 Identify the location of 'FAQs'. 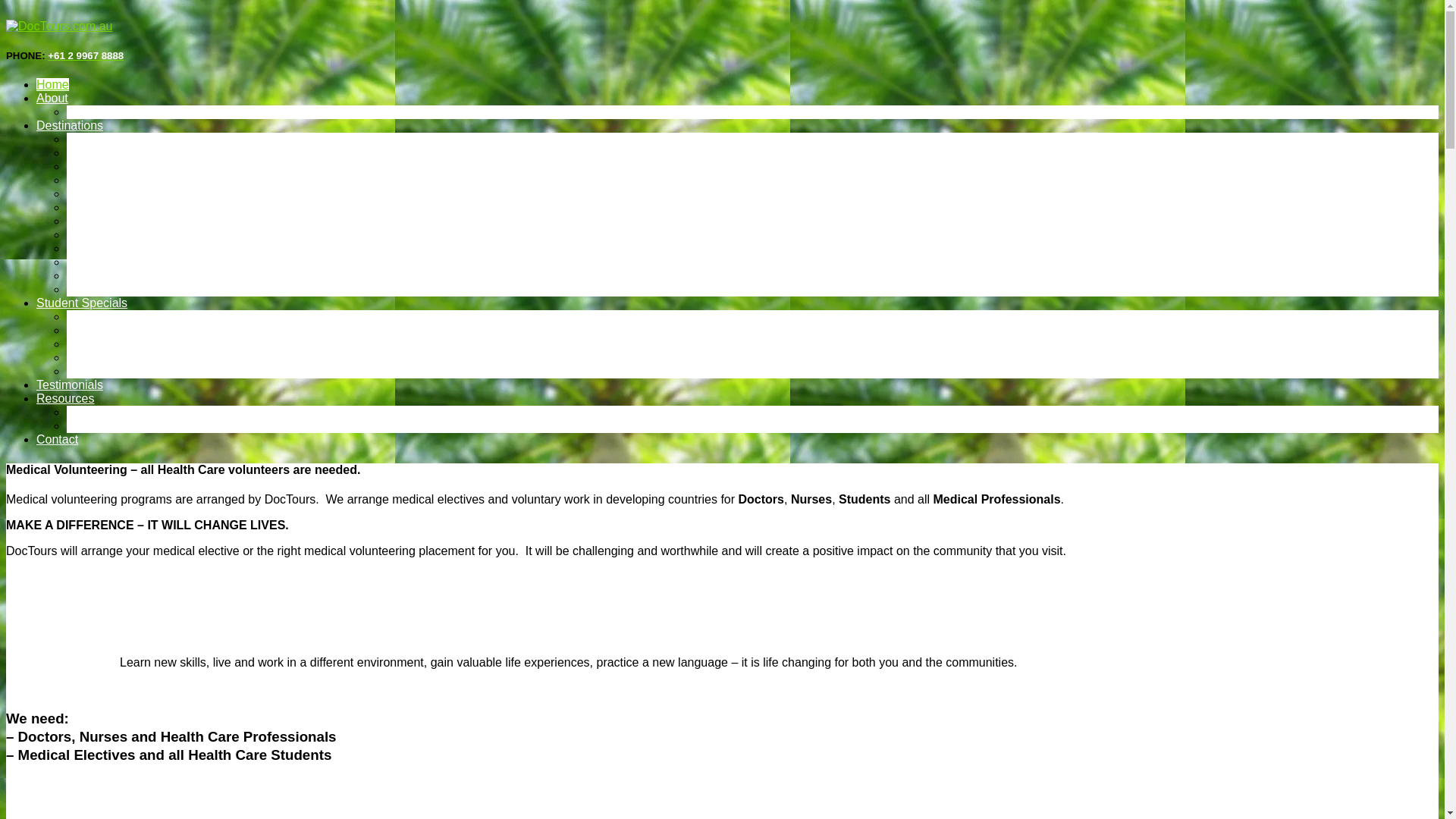
(80, 425).